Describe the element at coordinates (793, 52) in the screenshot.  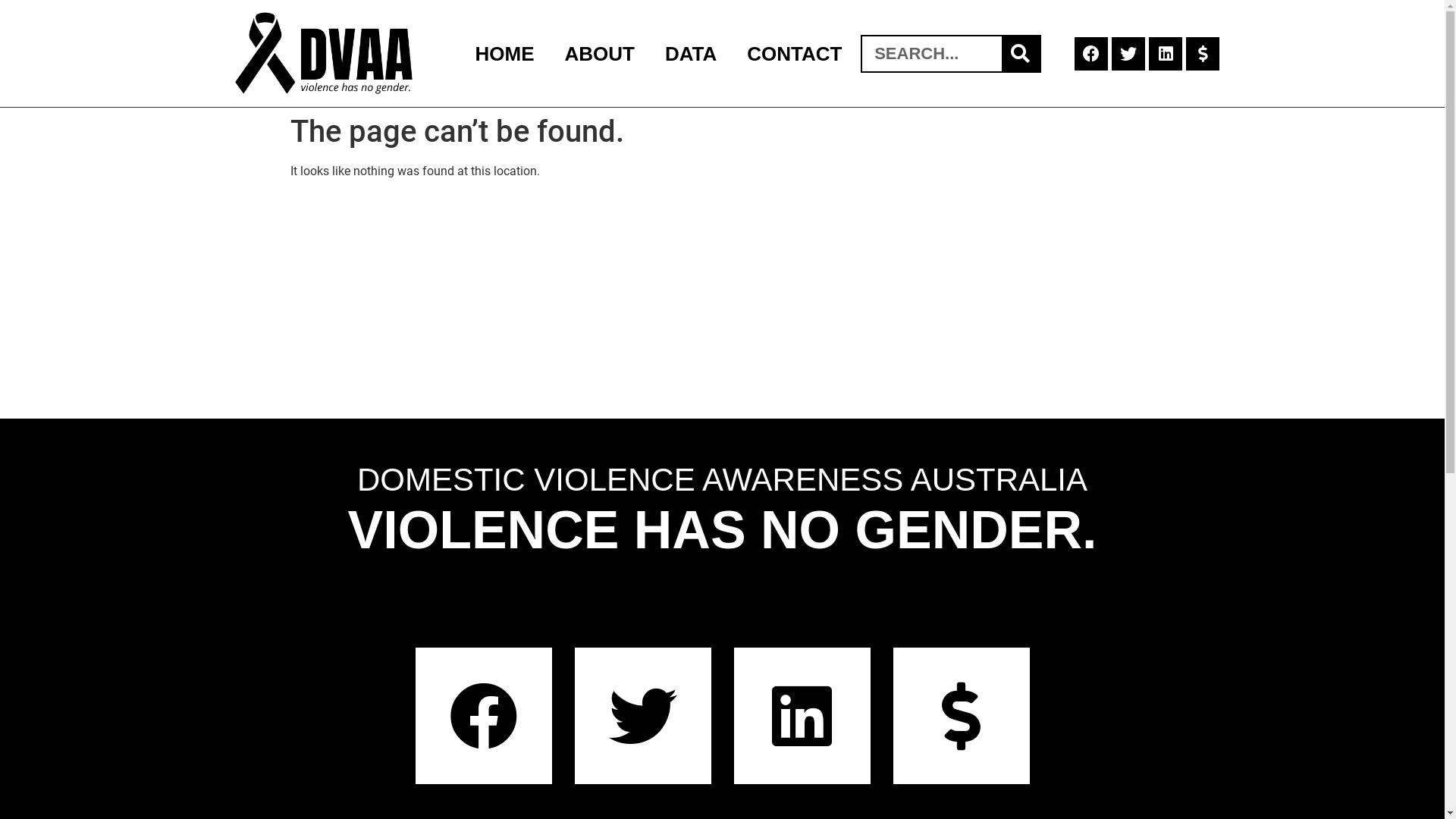
I see `'CONTACT'` at that location.